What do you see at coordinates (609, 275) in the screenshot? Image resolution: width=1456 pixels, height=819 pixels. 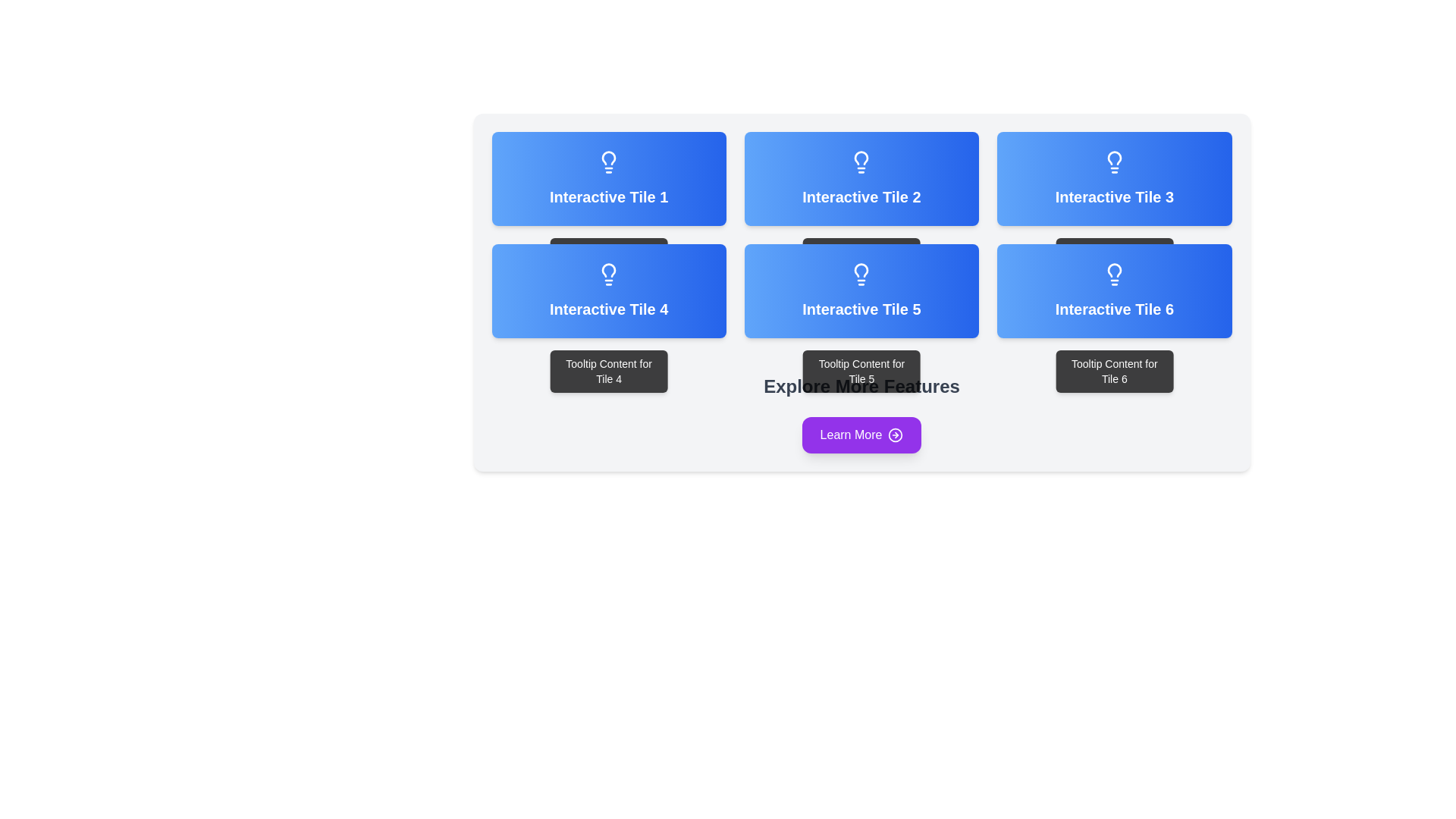 I see `the lightbulb icon located in the top portion of 'Interactive Tile 4', which is in the second row, first column of the tile grid` at bounding box center [609, 275].